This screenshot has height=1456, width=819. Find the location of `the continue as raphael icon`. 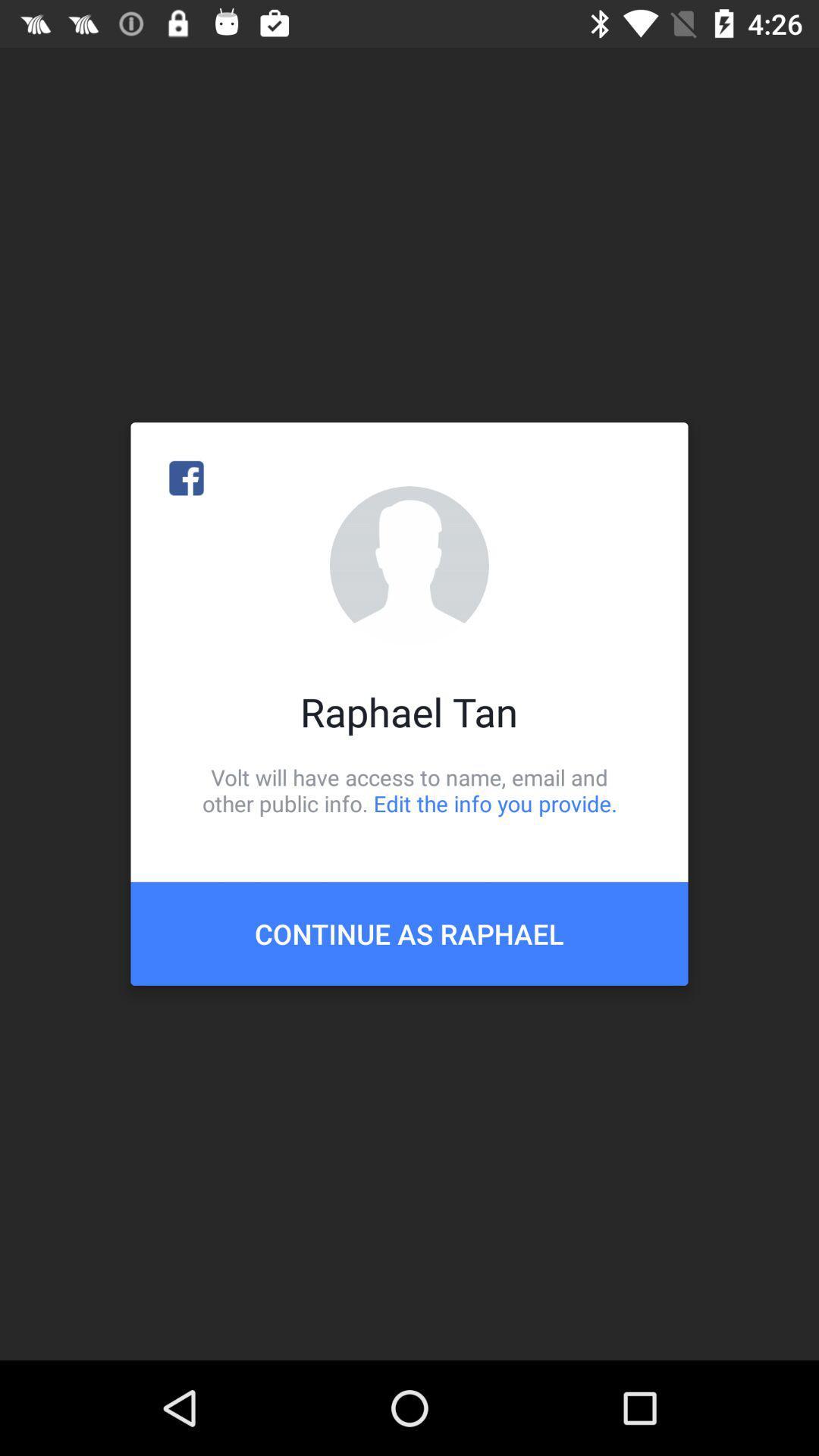

the continue as raphael icon is located at coordinates (409, 933).